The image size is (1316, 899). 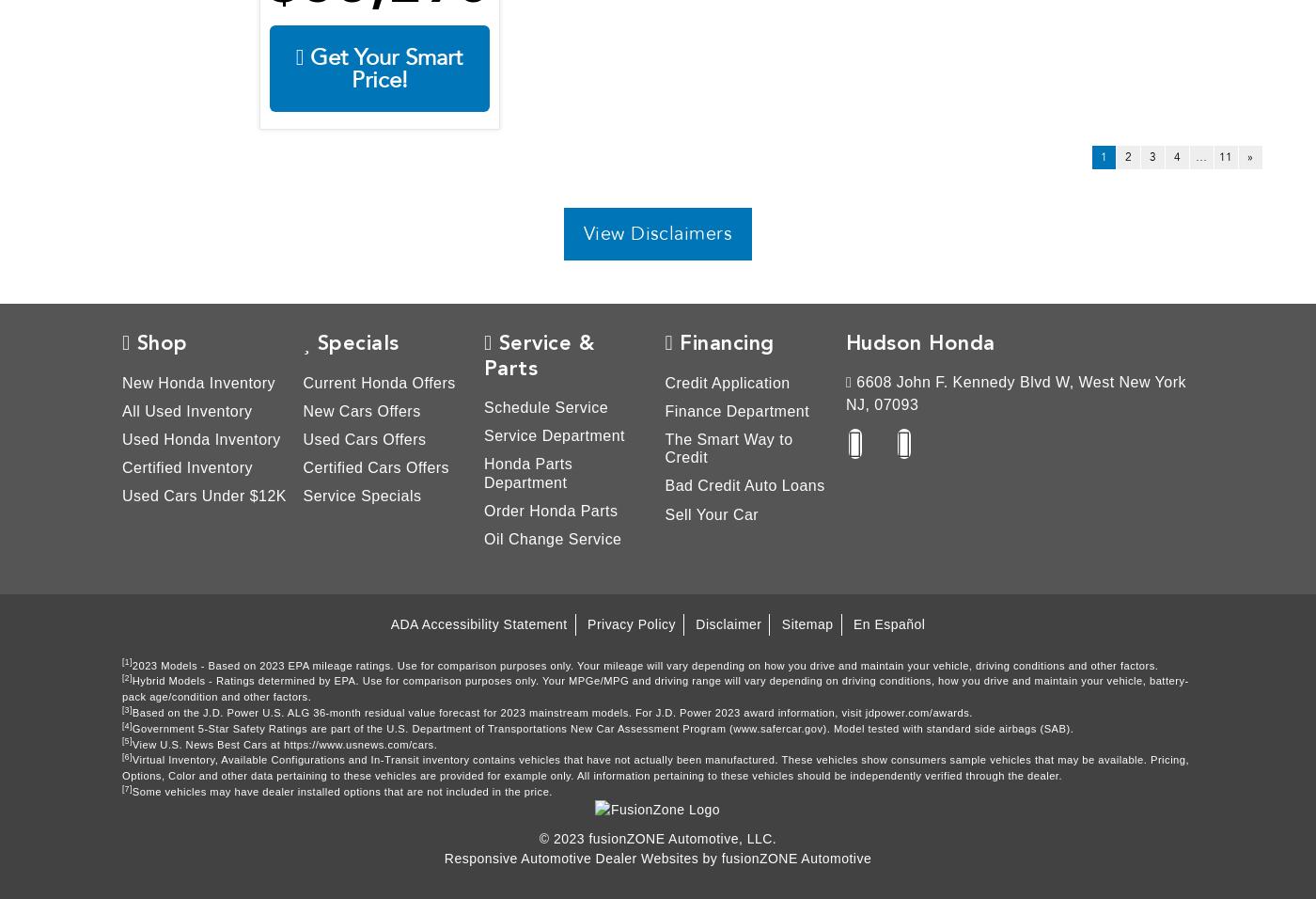 What do you see at coordinates (657, 837) in the screenshot?
I see `'© 2023 fusionZONE Automotive, LLC.'` at bounding box center [657, 837].